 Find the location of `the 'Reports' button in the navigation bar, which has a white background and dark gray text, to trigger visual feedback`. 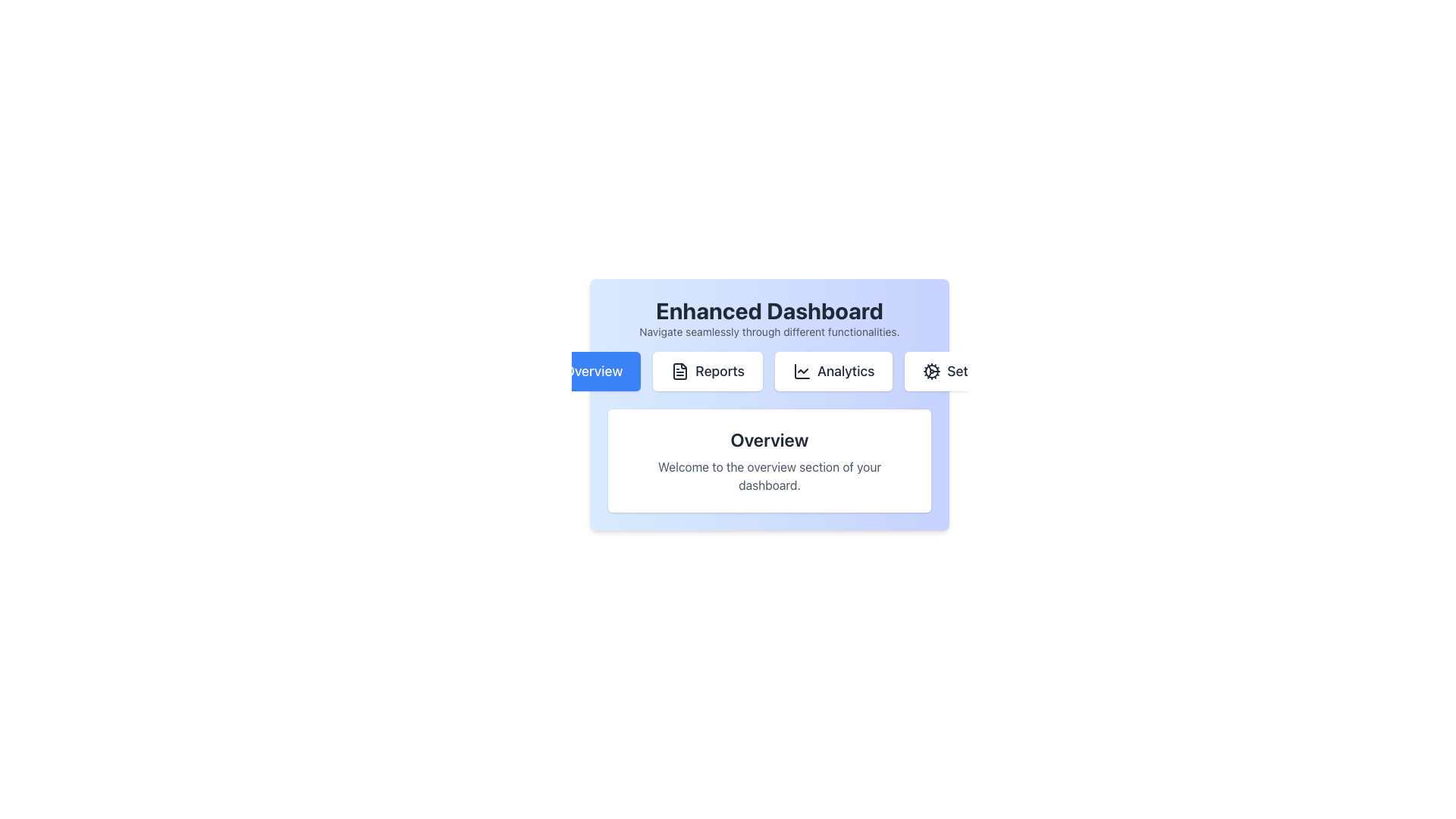

the 'Reports' button in the navigation bar, which has a white background and dark gray text, to trigger visual feedback is located at coordinates (707, 371).